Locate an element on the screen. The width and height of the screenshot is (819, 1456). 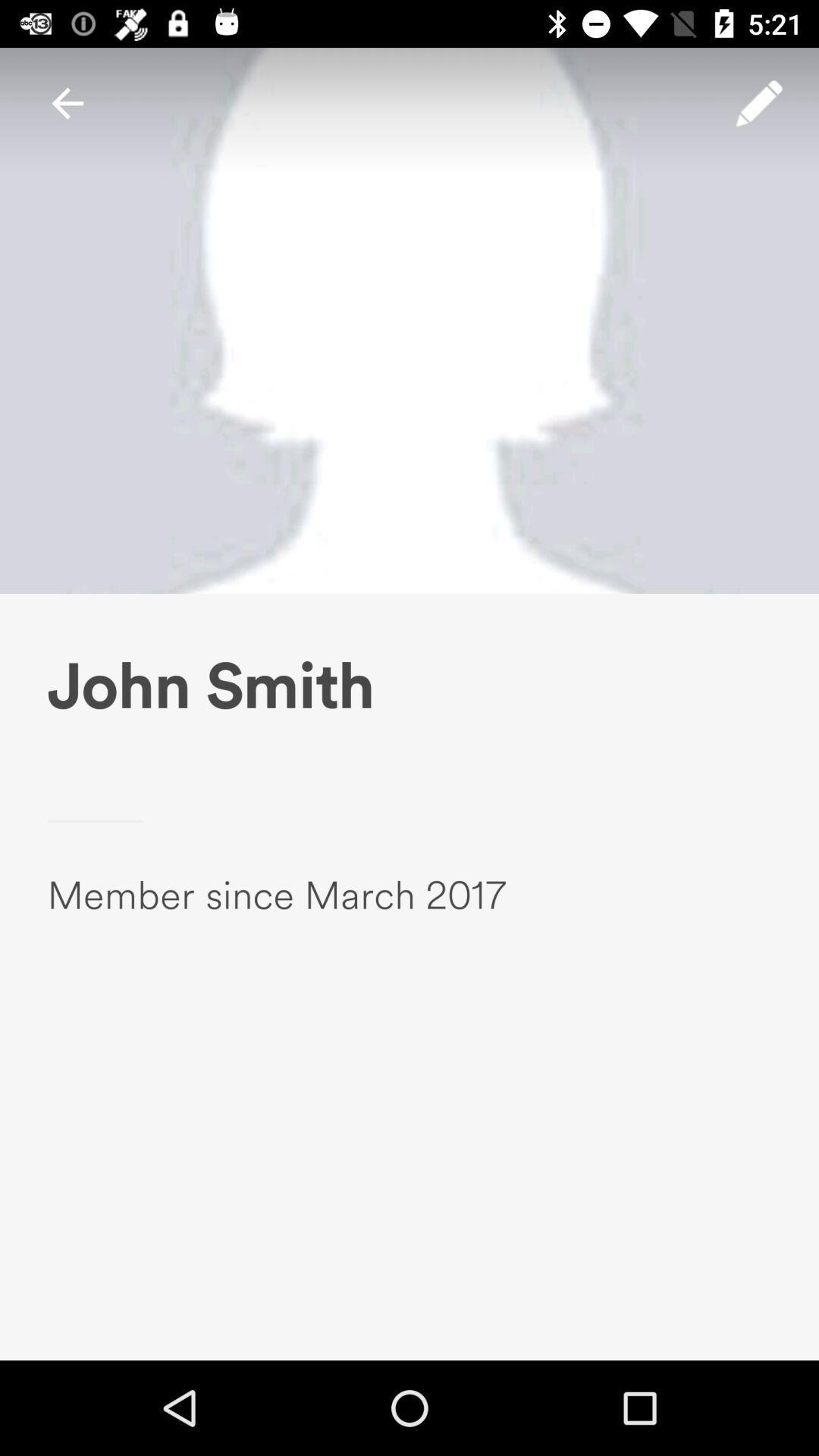
the item above the john smith is located at coordinates (759, 102).